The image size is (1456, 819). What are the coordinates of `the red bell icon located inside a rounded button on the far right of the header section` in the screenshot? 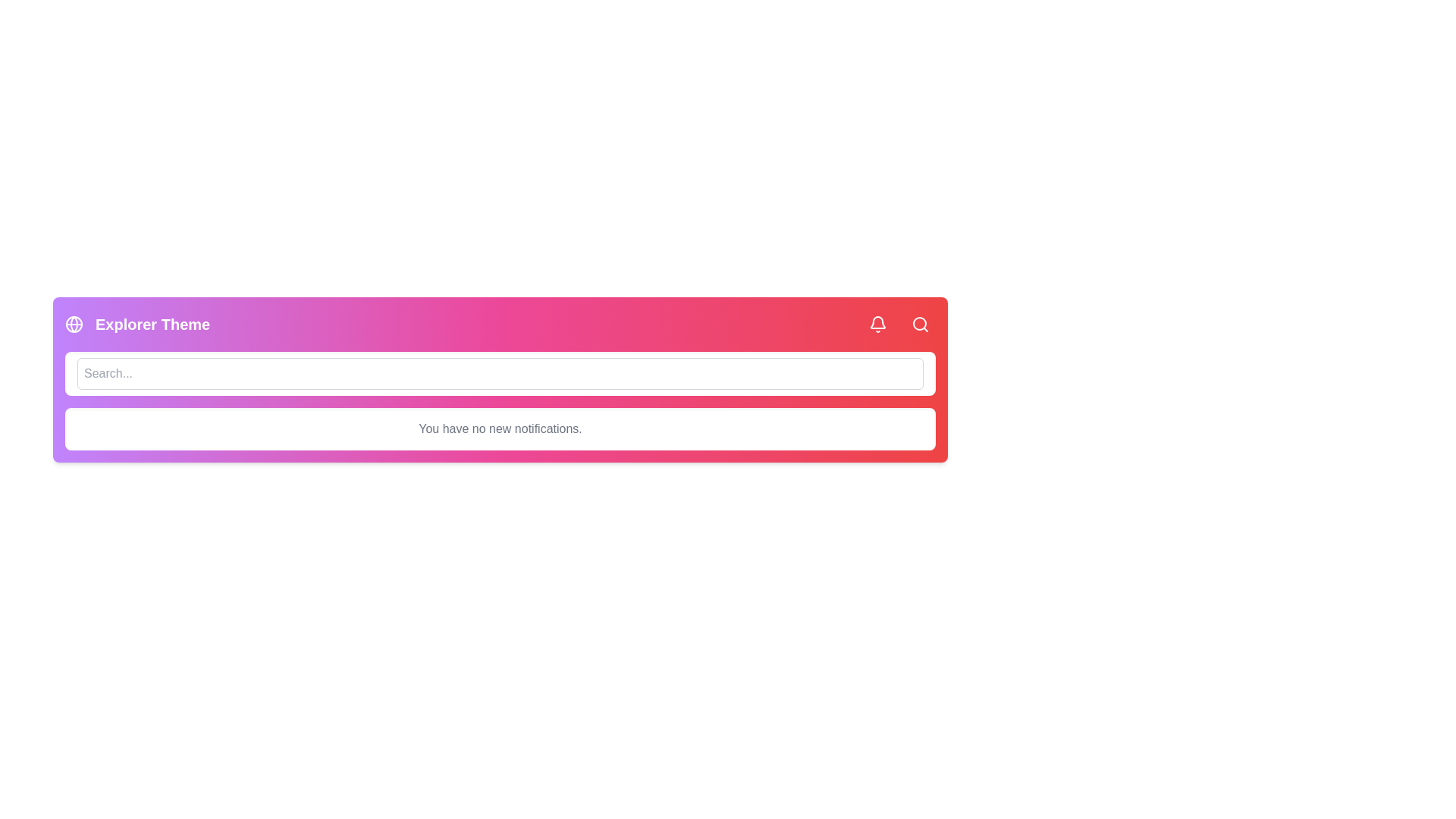 It's located at (877, 324).